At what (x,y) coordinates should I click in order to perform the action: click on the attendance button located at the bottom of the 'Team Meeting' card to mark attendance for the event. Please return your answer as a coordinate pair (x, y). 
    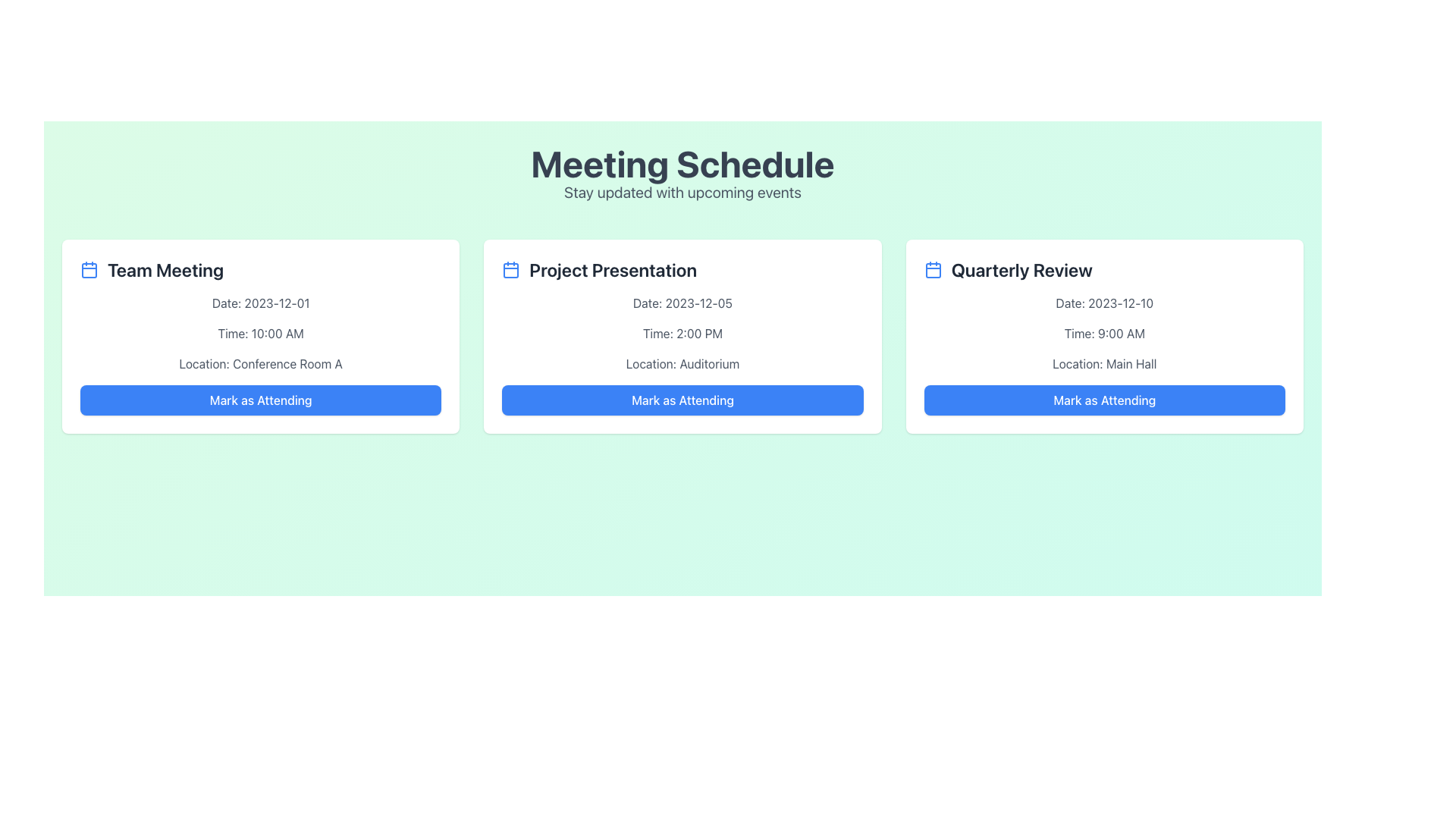
    Looking at the image, I should click on (261, 400).